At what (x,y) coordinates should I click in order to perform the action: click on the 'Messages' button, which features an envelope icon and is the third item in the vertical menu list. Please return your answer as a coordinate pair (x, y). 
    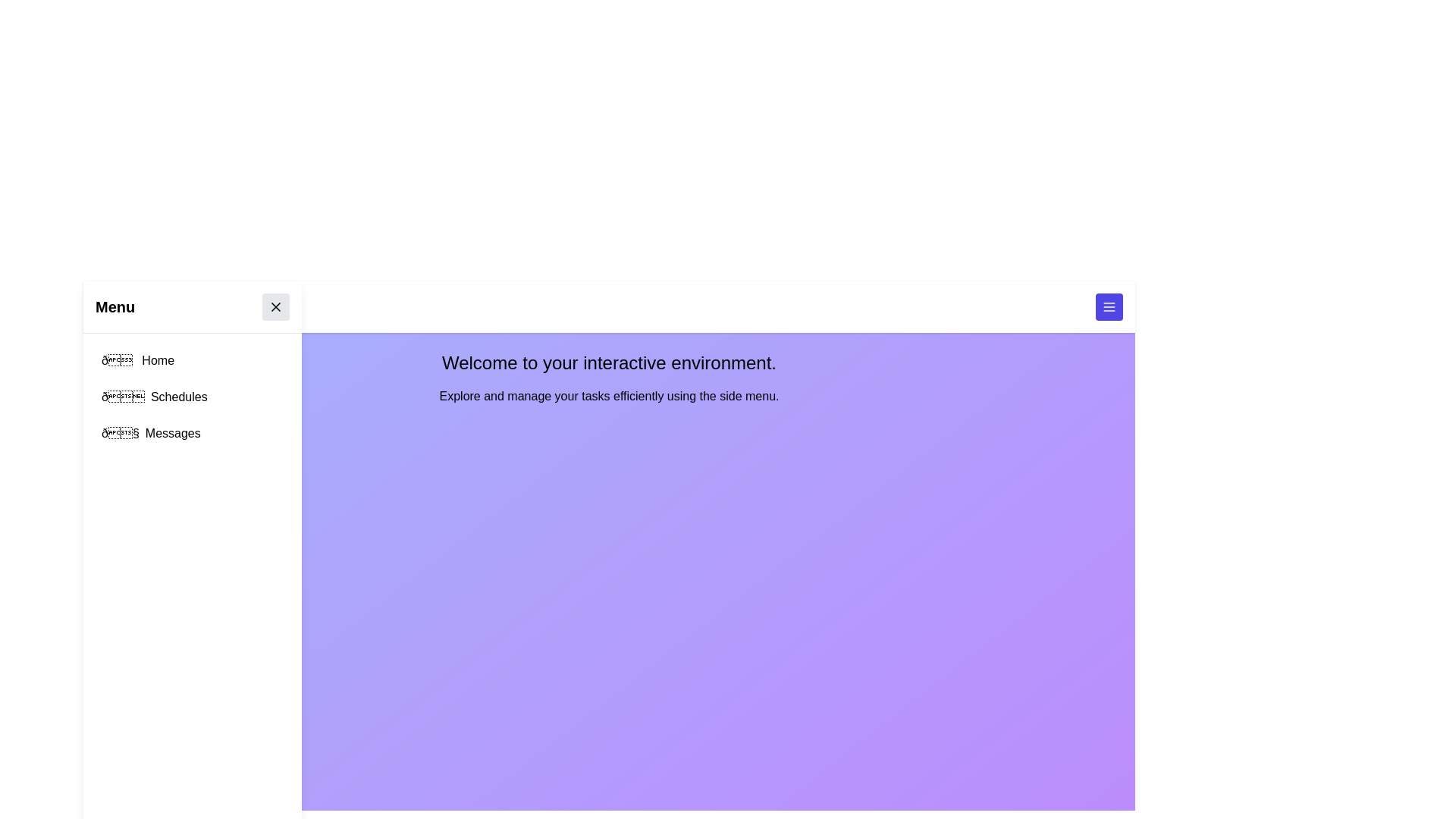
    Looking at the image, I should click on (192, 433).